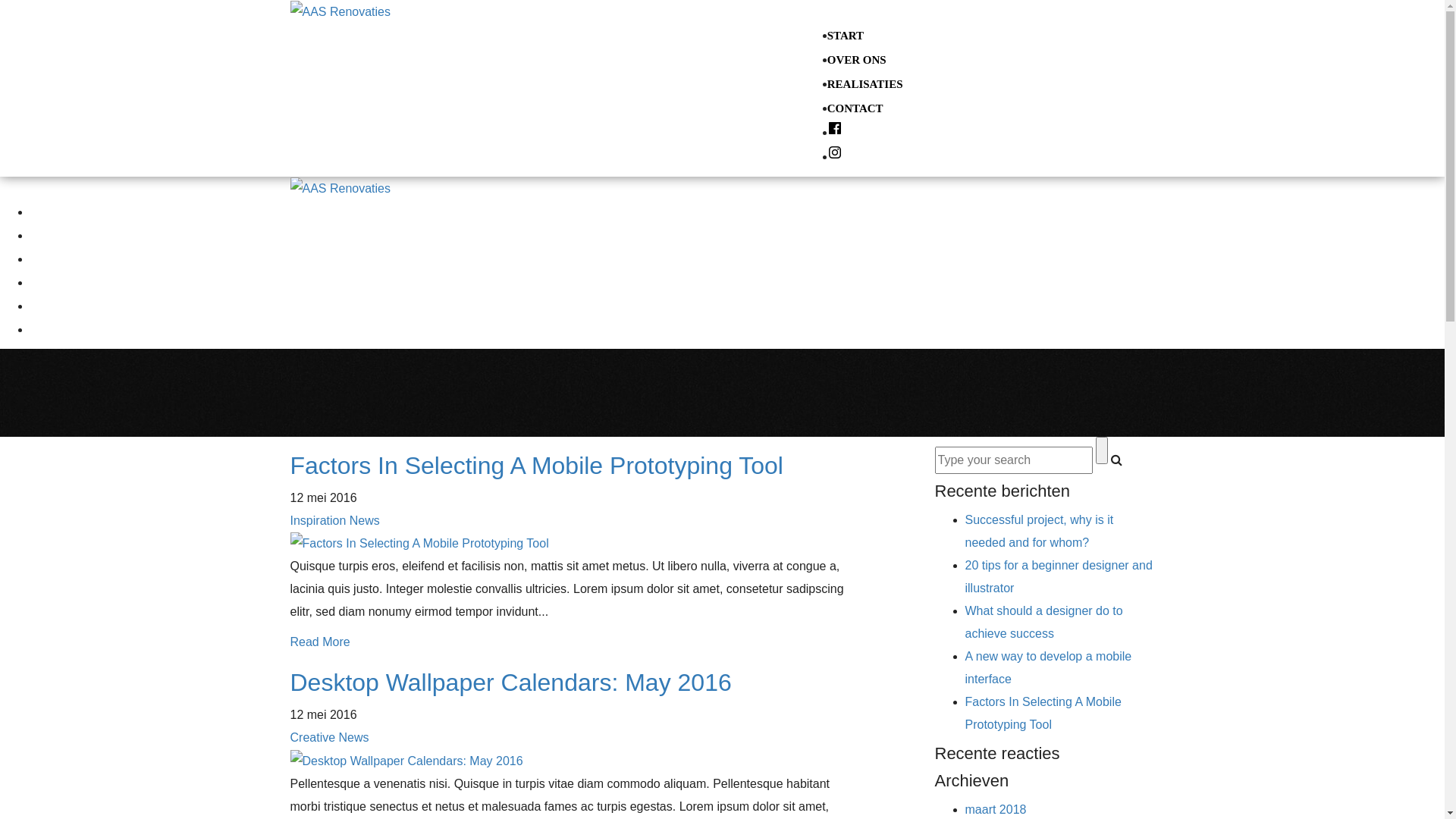 This screenshot has height=819, width=1456. Describe the element at coordinates (833, 131) in the screenshot. I see `'title="Facebook"'` at that location.